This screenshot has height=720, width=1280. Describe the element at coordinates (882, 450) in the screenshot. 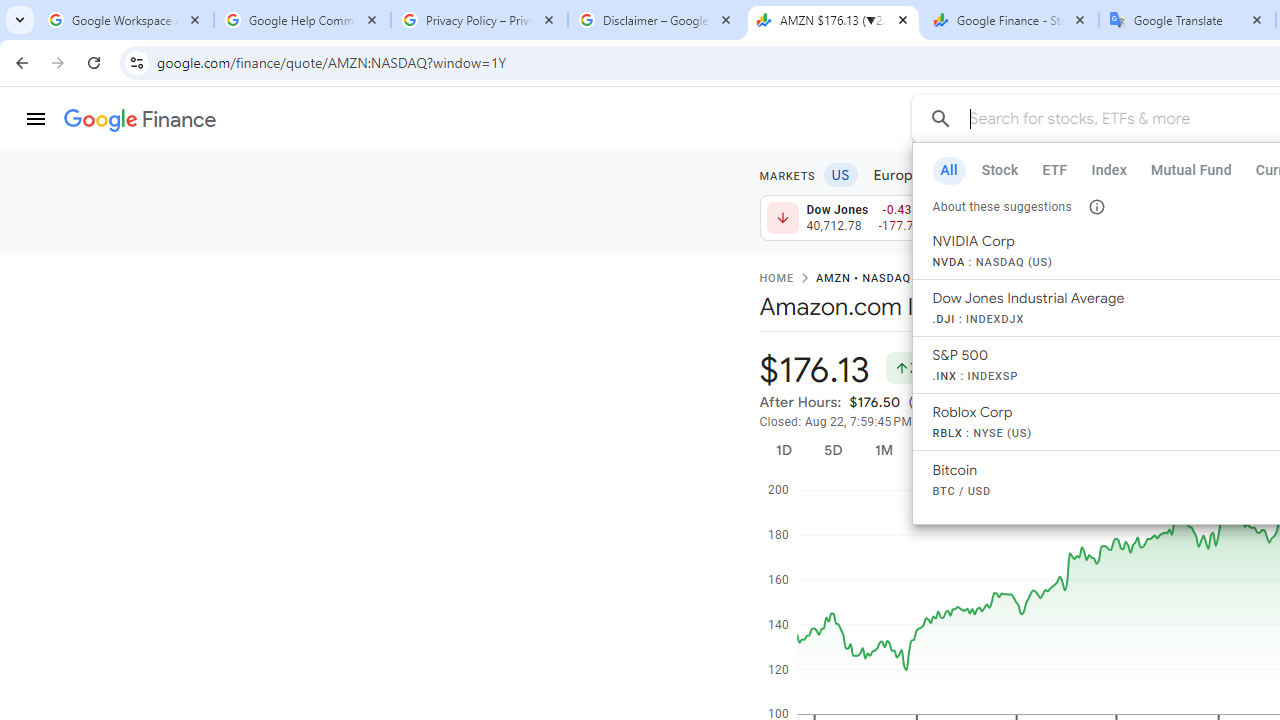

I see `'1M'` at that location.